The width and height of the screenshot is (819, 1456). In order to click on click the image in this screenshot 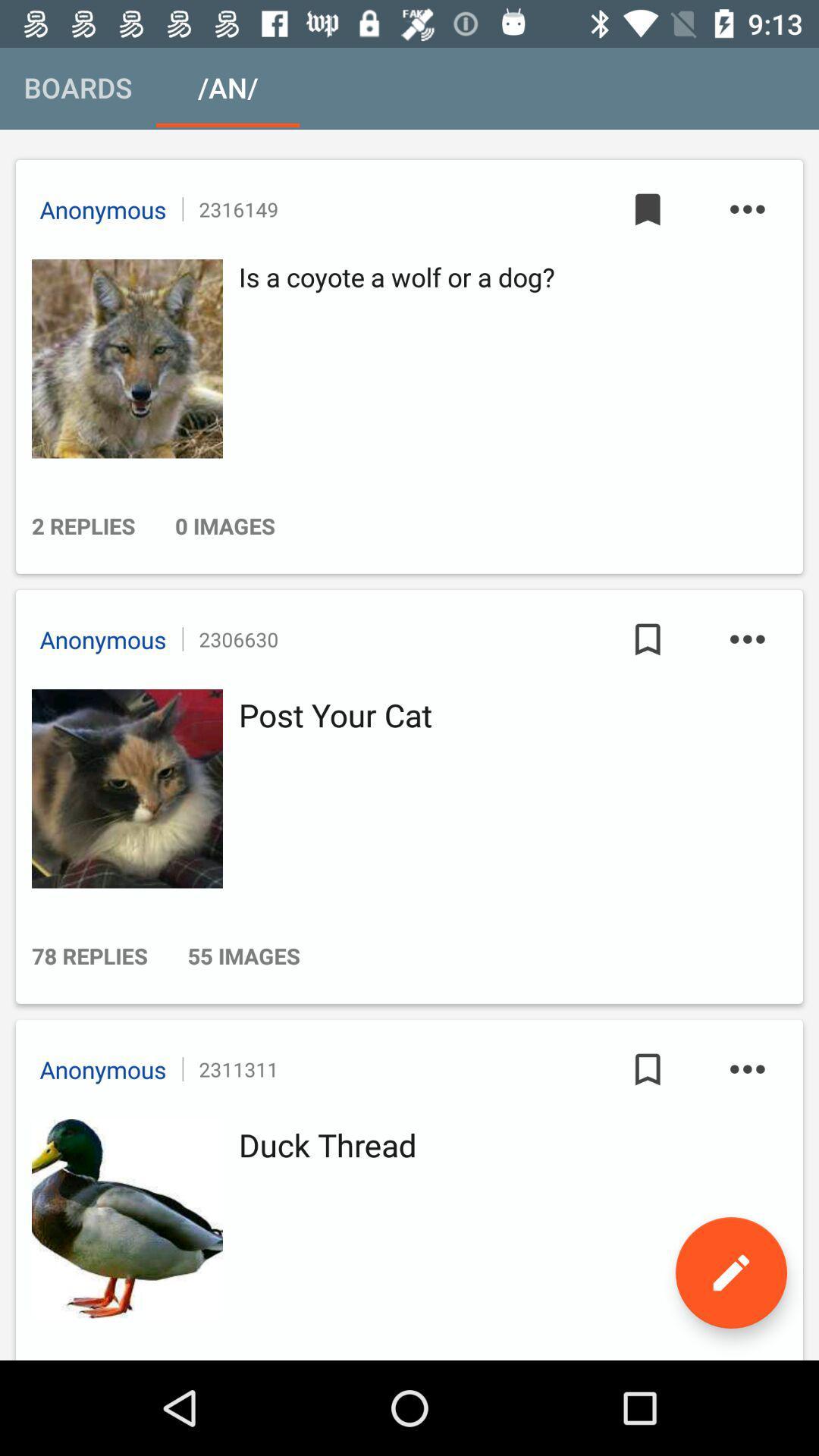, I will do `click(122, 789)`.